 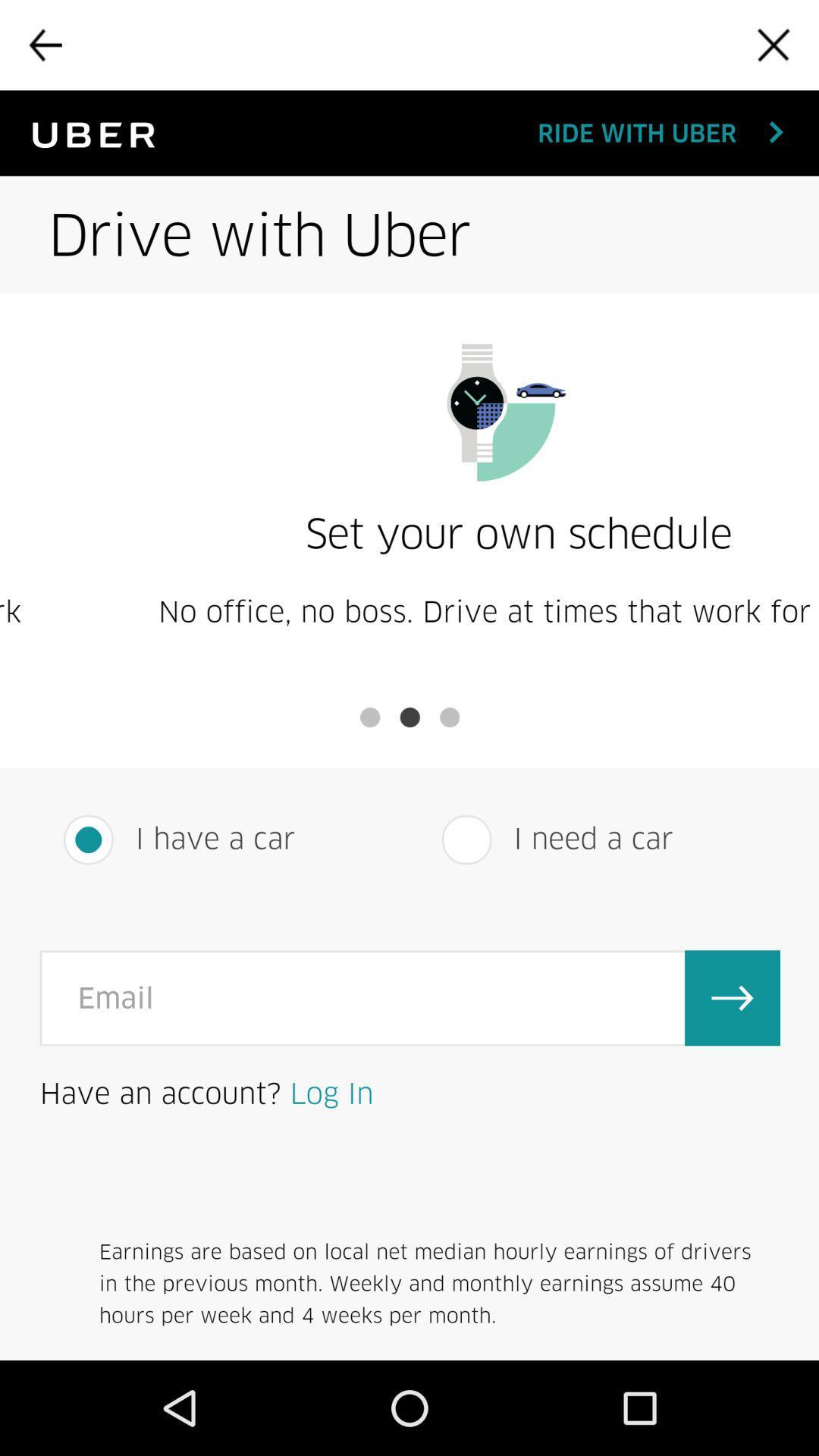 I want to click on cancel option, so click(x=773, y=45).